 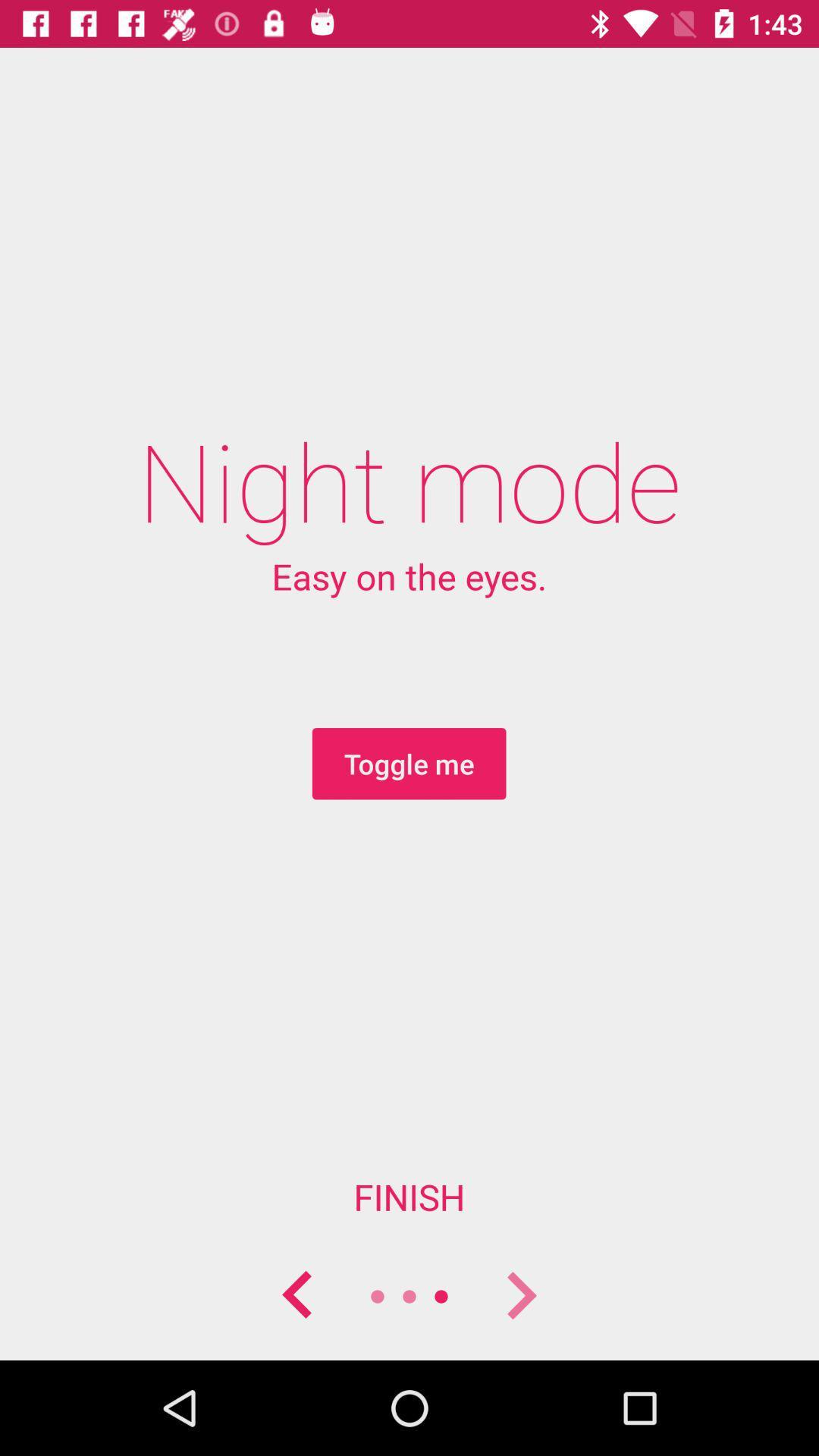 I want to click on the toggle me icon, so click(x=408, y=764).